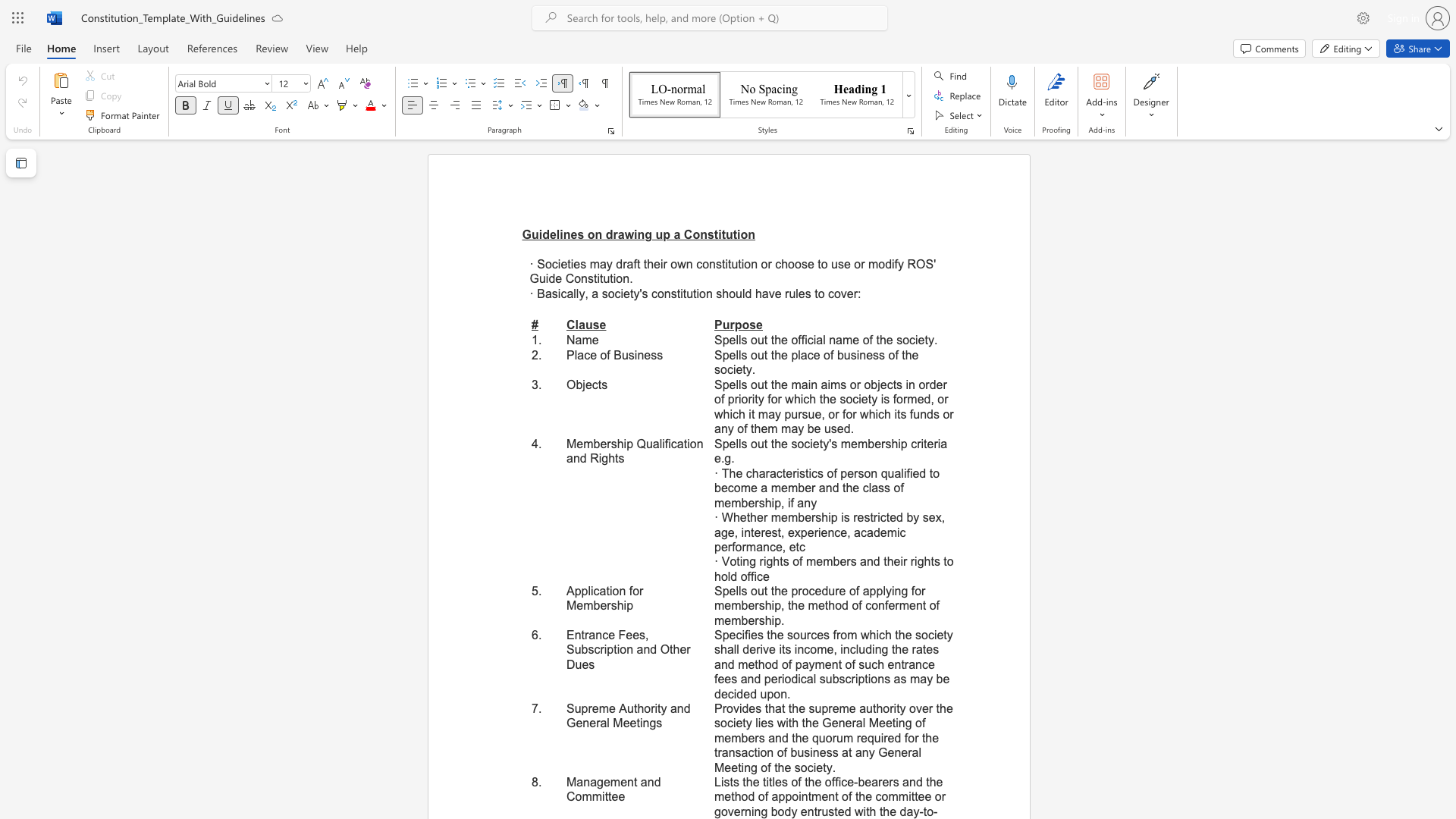  Describe the element at coordinates (866, 355) in the screenshot. I see `the subset text "ess of the socie" within the text "Spells out the place of business of the society."` at that location.